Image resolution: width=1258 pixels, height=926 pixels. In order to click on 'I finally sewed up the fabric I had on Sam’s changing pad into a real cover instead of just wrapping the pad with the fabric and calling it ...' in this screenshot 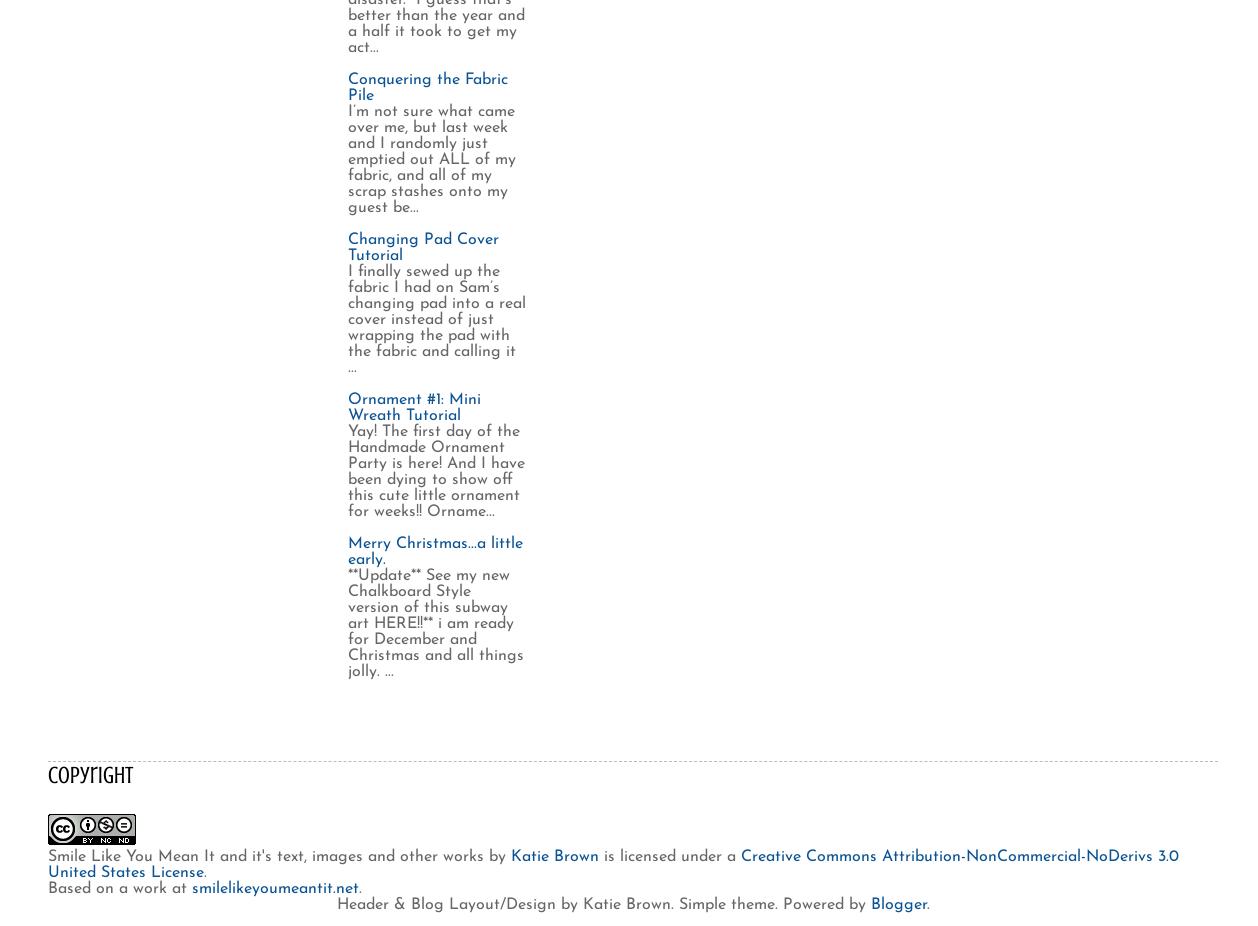, I will do `click(436, 319)`.